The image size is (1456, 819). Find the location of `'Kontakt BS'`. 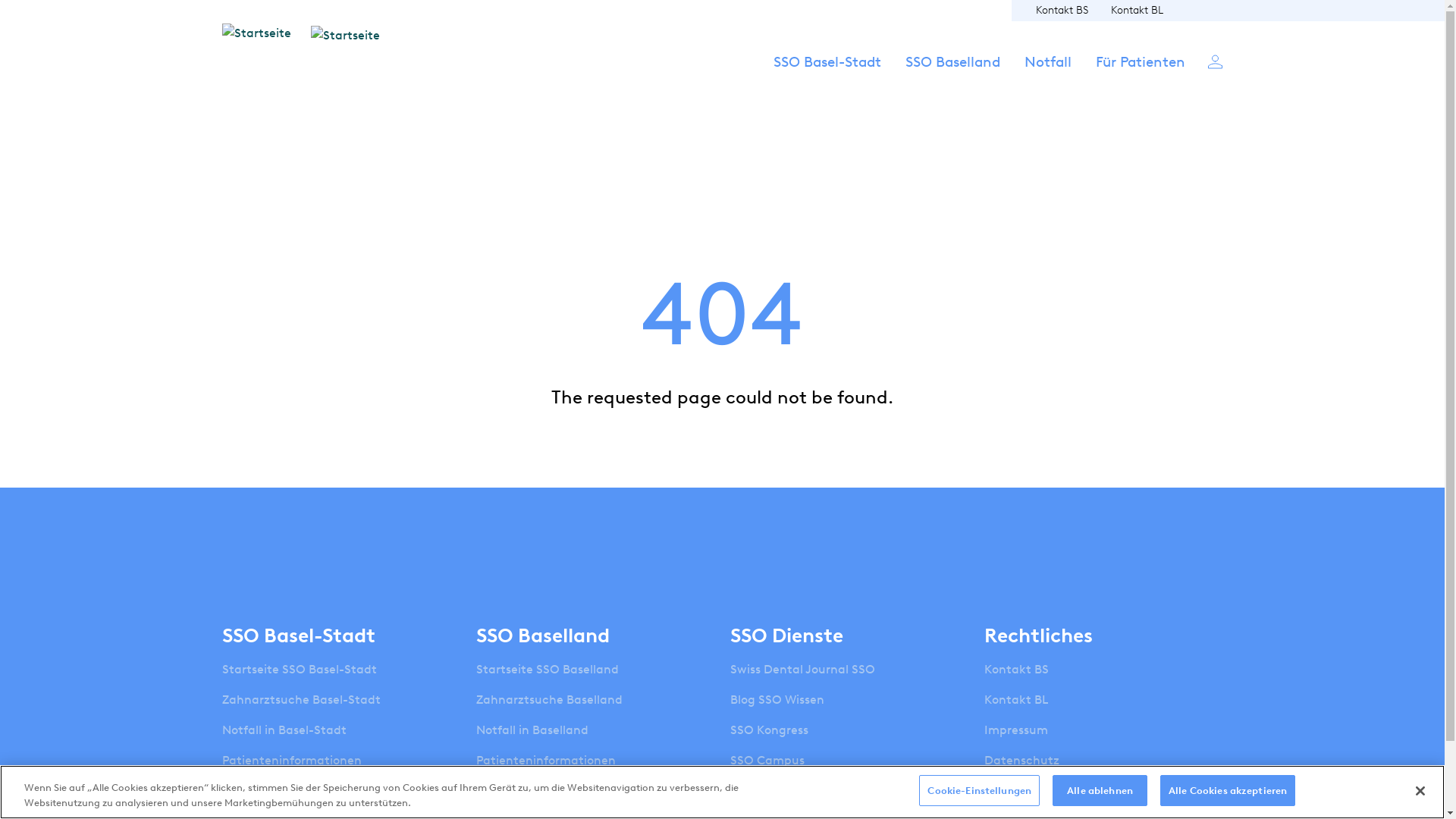

'Kontakt BS' is located at coordinates (1061, 10).